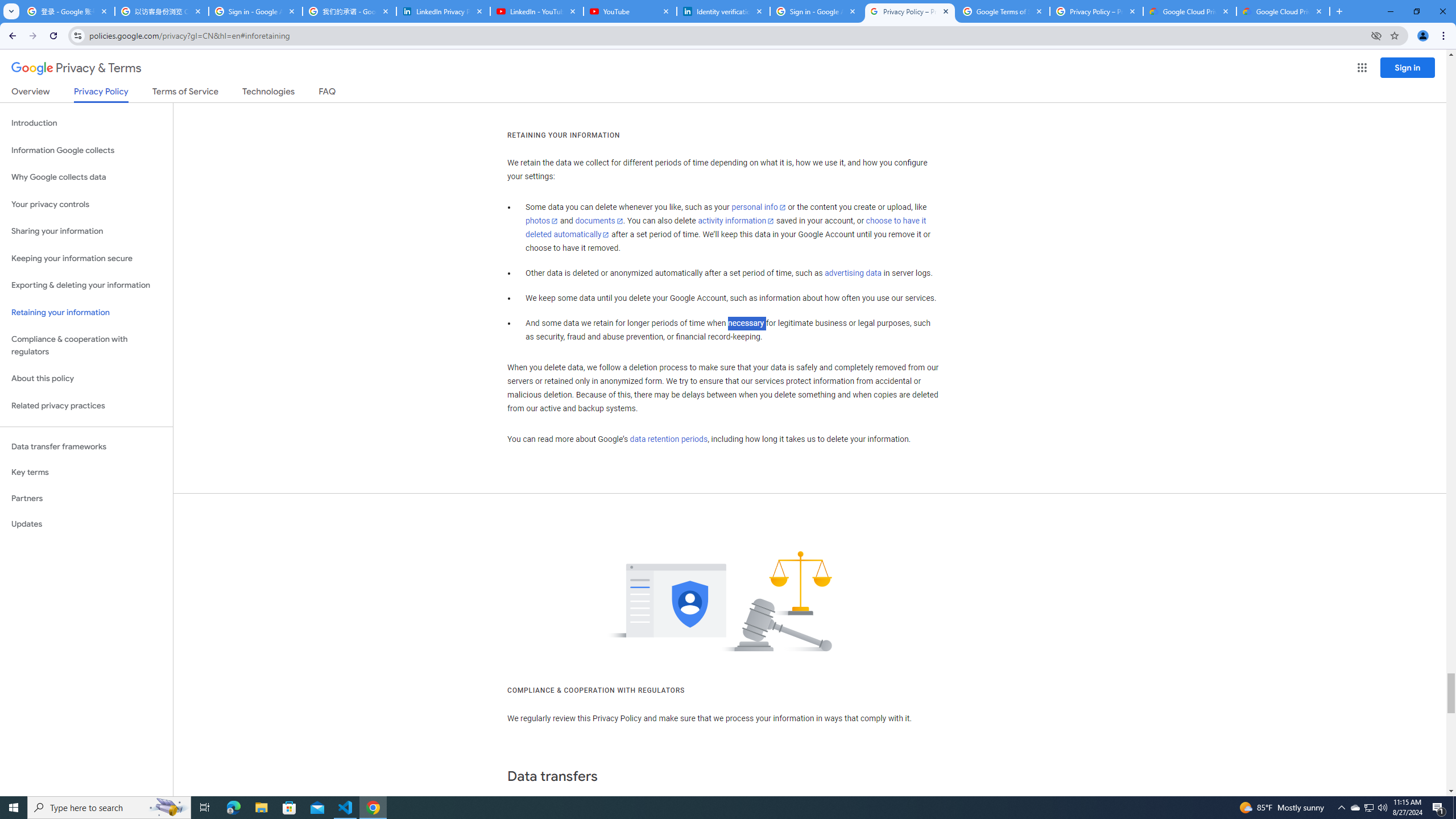 The width and height of the screenshot is (1456, 819). What do you see at coordinates (816, 11) in the screenshot?
I see `'Sign in - Google Accounts'` at bounding box center [816, 11].